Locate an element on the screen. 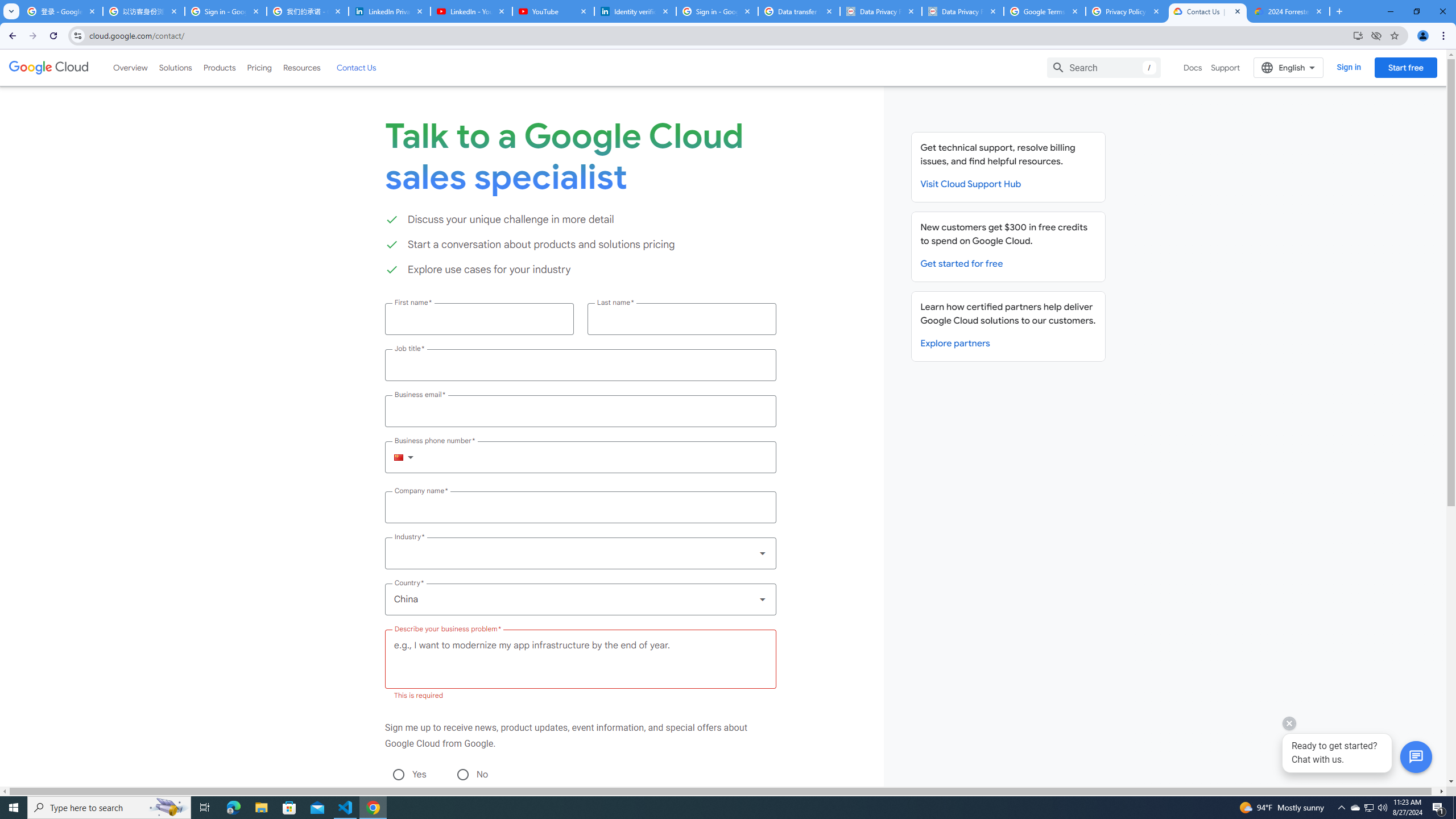 Image resolution: width=1456 pixels, height=819 pixels. 'Contact Us' is located at coordinates (355, 67).